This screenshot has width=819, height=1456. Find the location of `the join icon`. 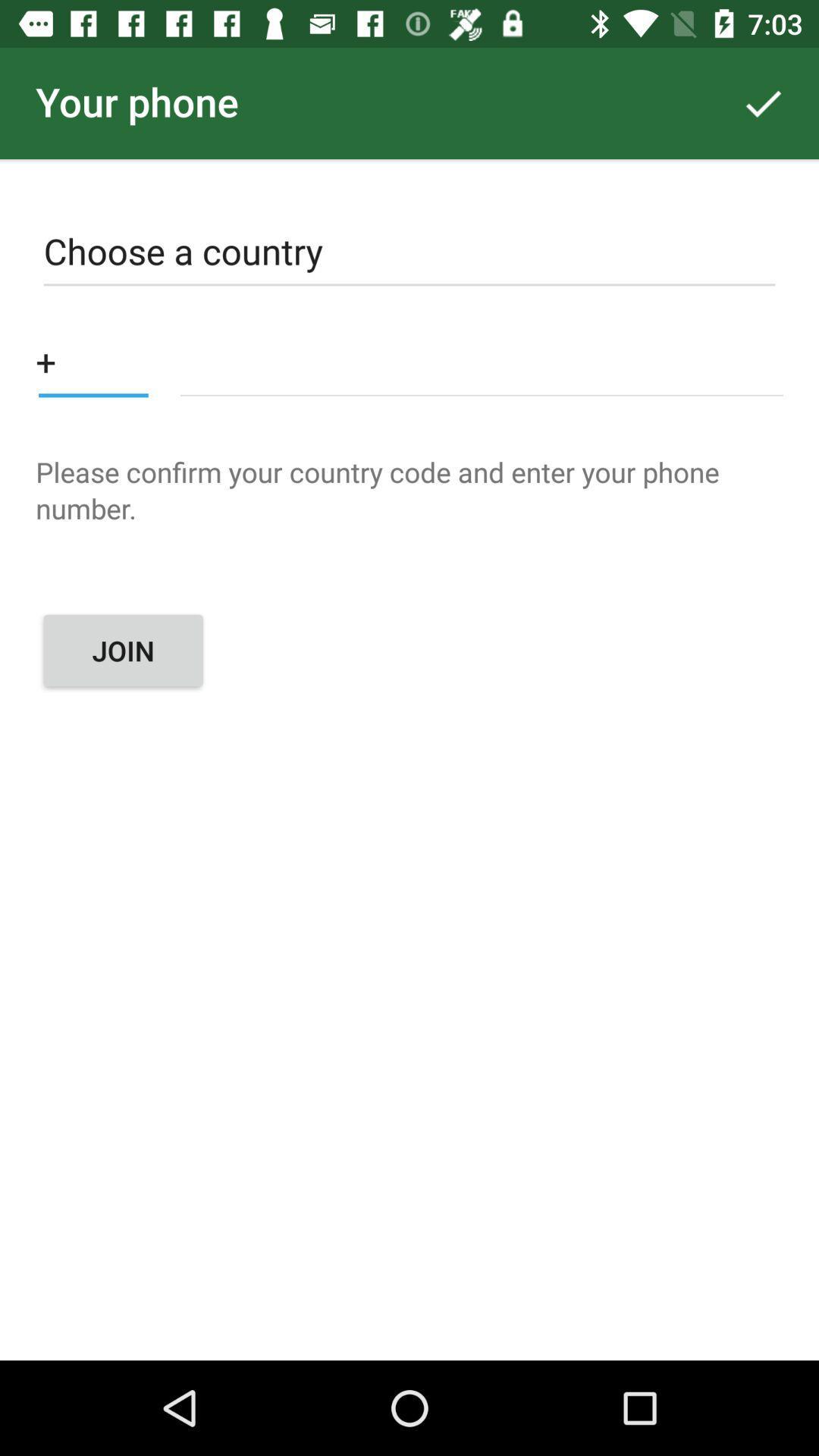

the join icon is located at coordinates (122, 651).